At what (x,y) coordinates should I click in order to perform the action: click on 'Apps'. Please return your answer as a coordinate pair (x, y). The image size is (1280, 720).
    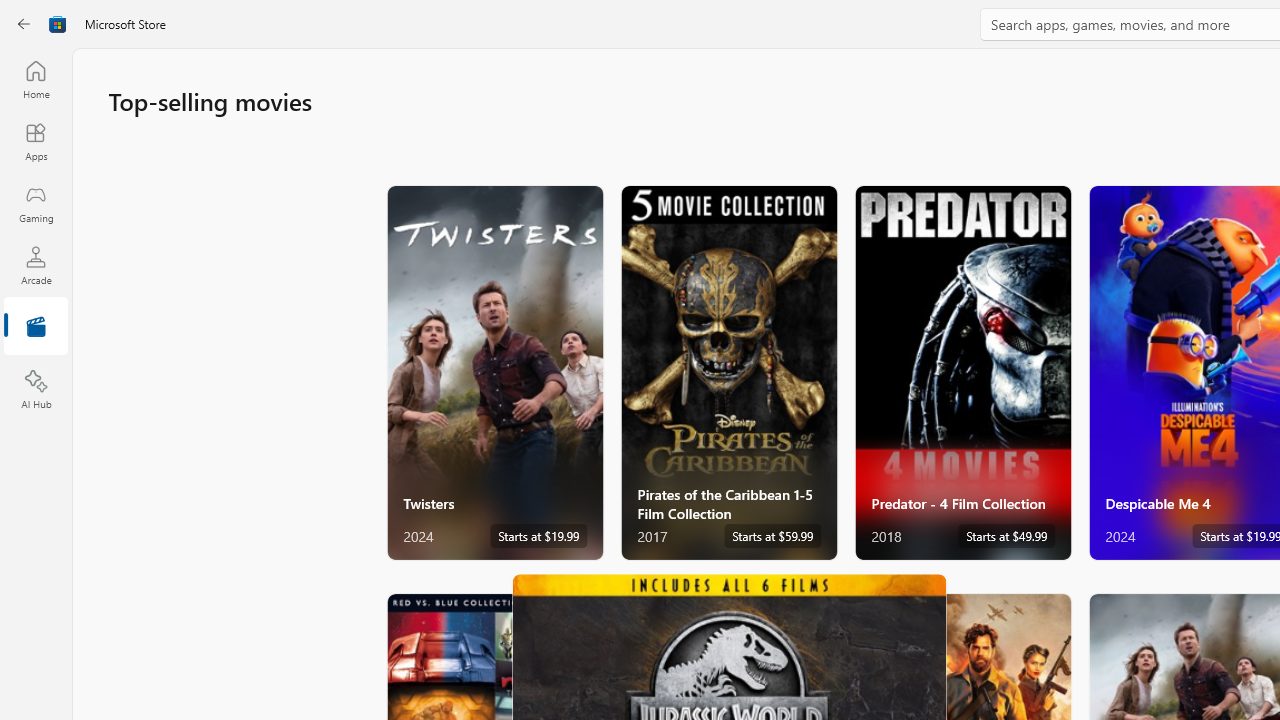
    Looking at the image, I should click on (35, 140).